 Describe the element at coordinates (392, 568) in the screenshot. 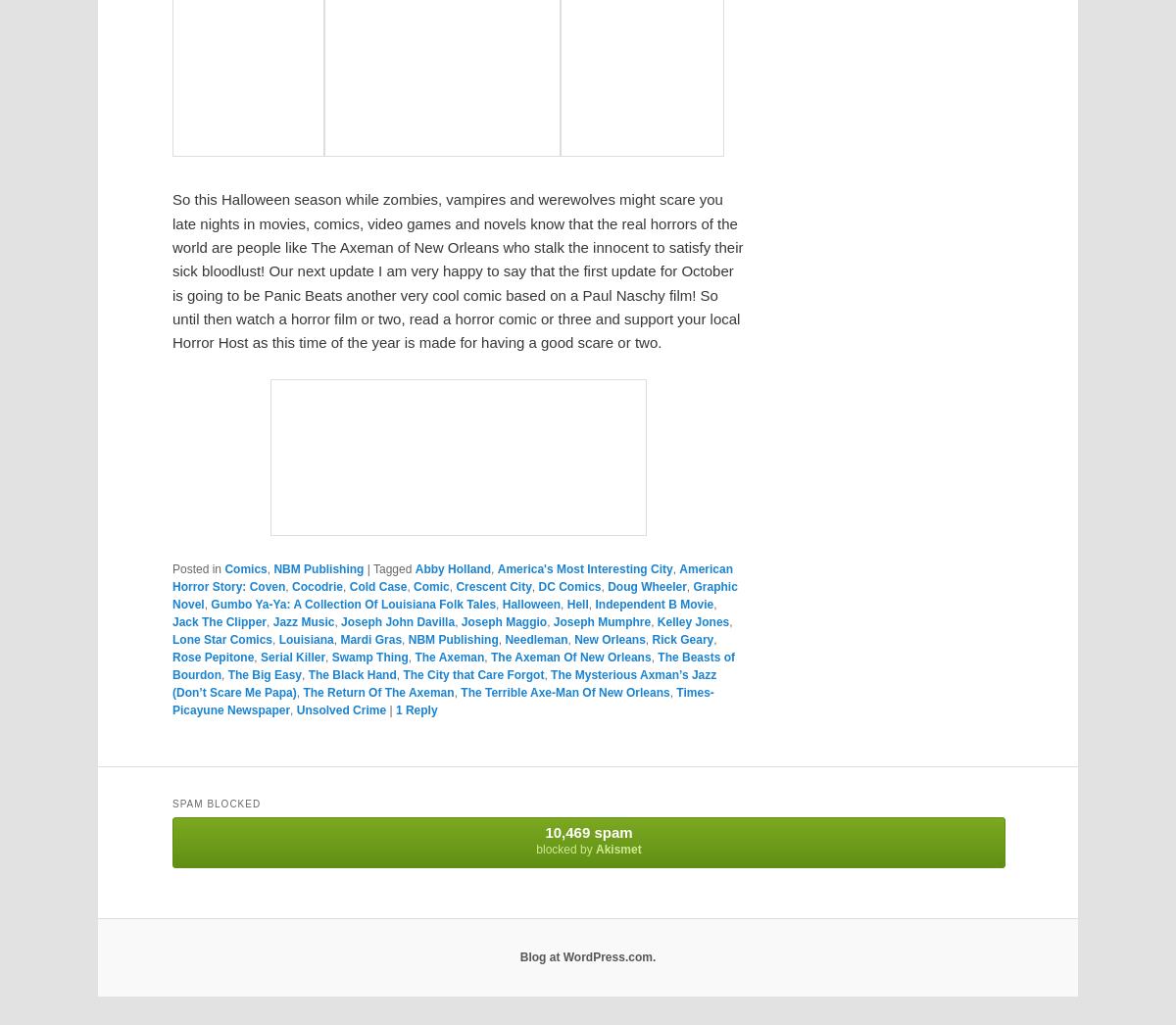

I see `'Tagged'` at that location.